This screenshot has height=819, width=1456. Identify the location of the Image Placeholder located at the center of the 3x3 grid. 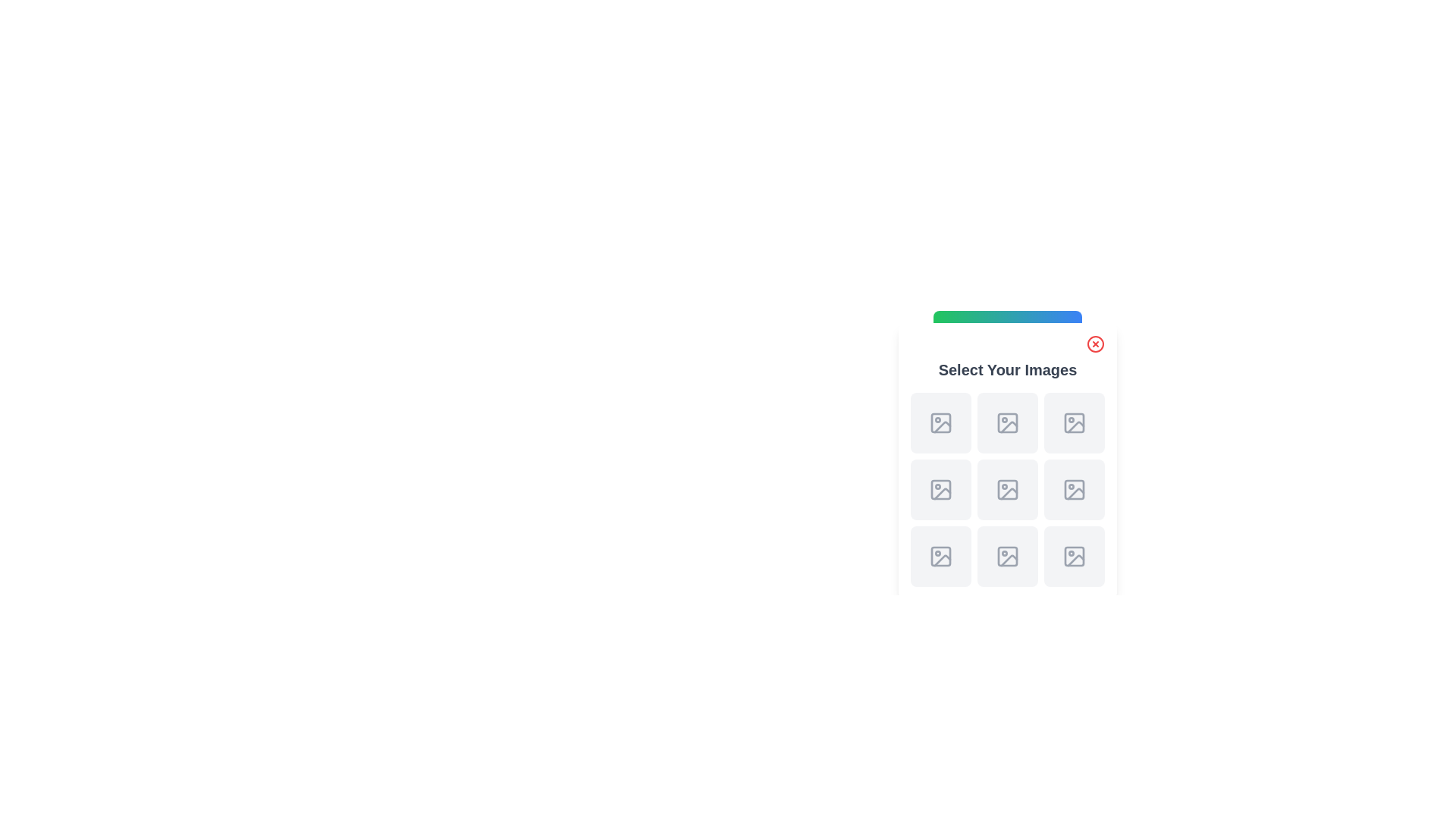
(1008, 444).